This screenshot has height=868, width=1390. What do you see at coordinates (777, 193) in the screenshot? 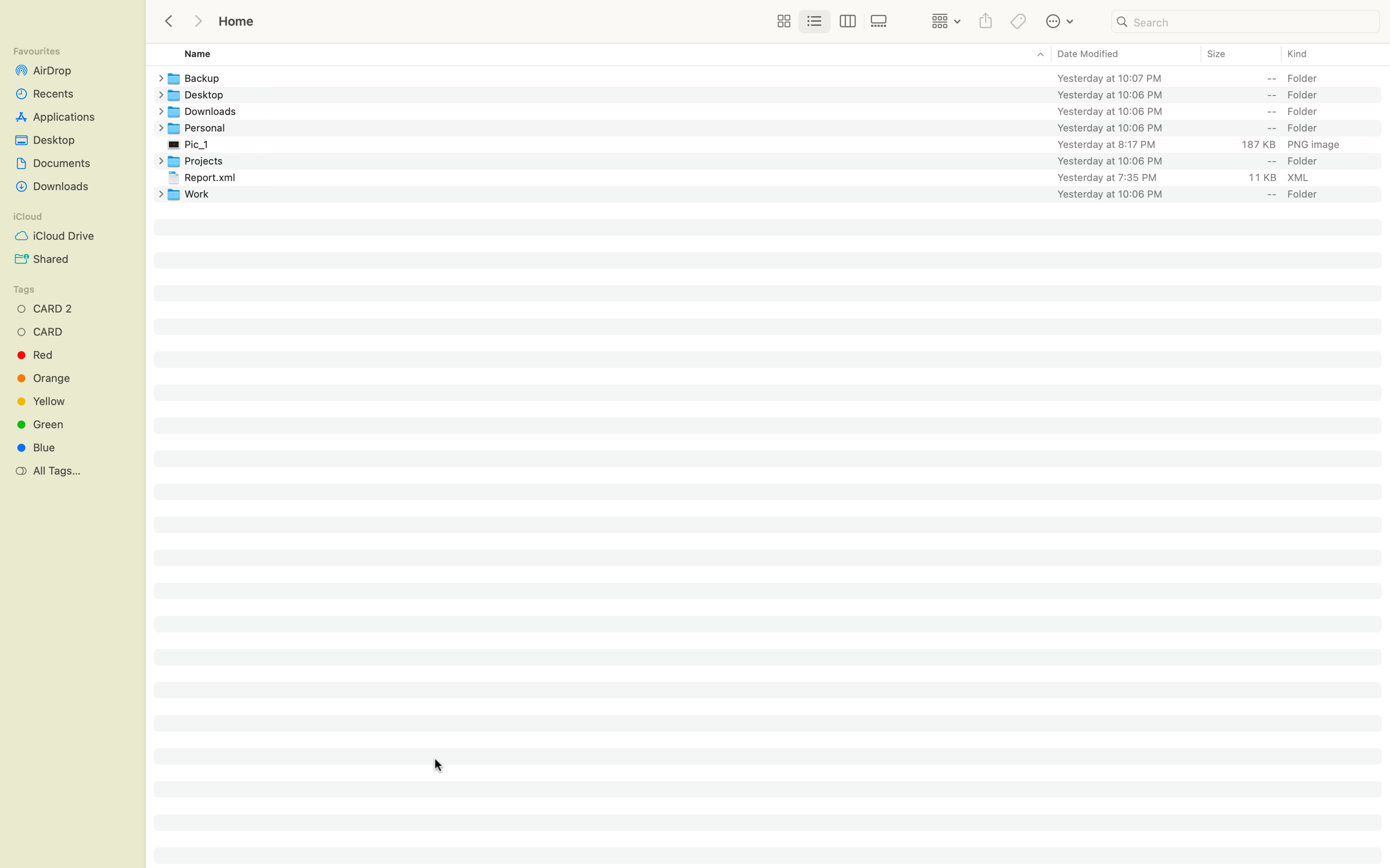
I see `Delete the last folder in the list using keyboard` at bounding box center [777, 193].